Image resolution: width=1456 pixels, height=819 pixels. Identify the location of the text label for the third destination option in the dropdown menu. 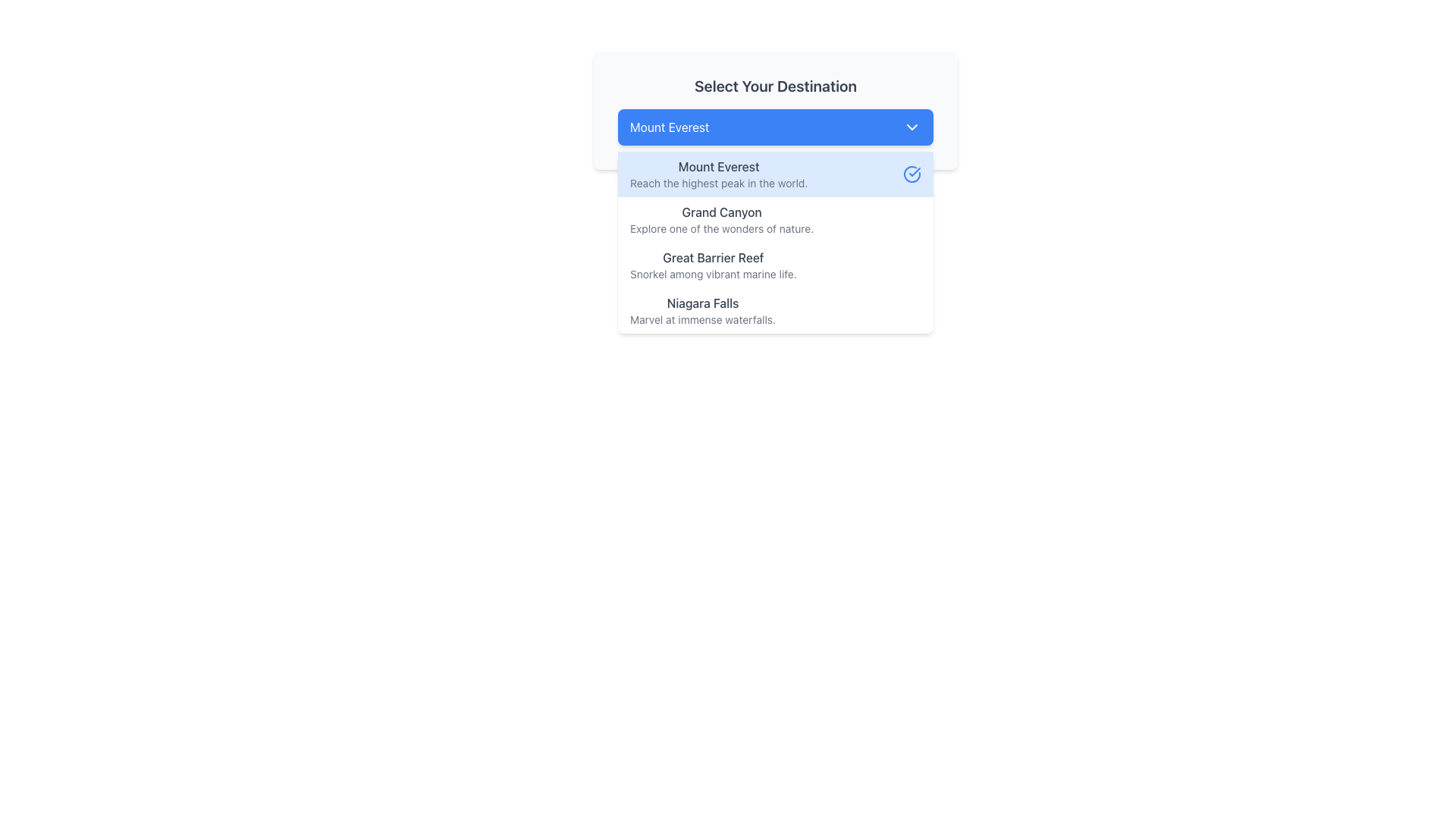
(712, 256).